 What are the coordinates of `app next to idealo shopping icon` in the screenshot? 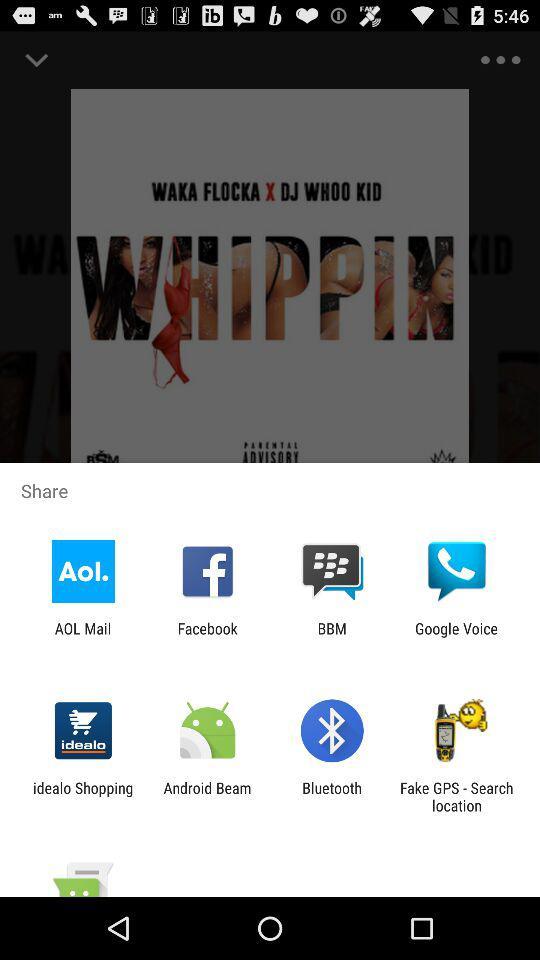 It's located at (206, 796).